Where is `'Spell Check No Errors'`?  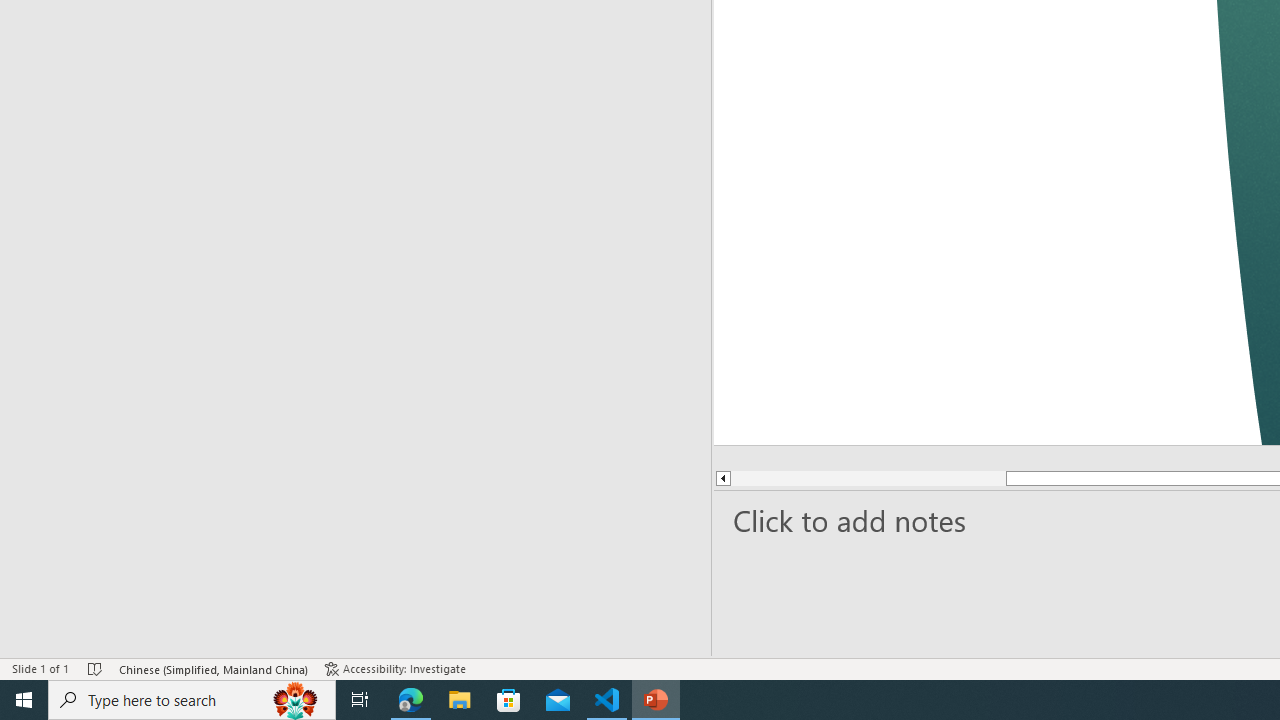
'Spell Check No Errors' is located at coordinates (95, 669).